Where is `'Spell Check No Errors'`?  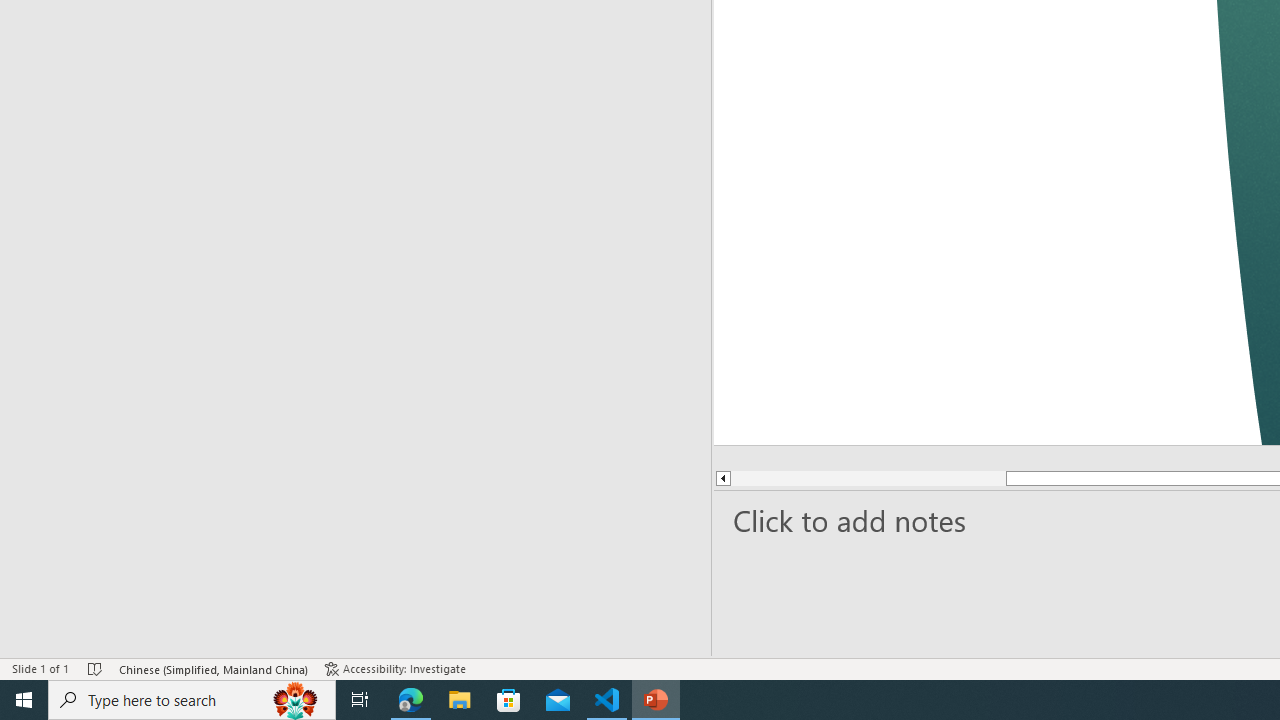
'Spell Check No Errors' is located at coordinates (95, 669).